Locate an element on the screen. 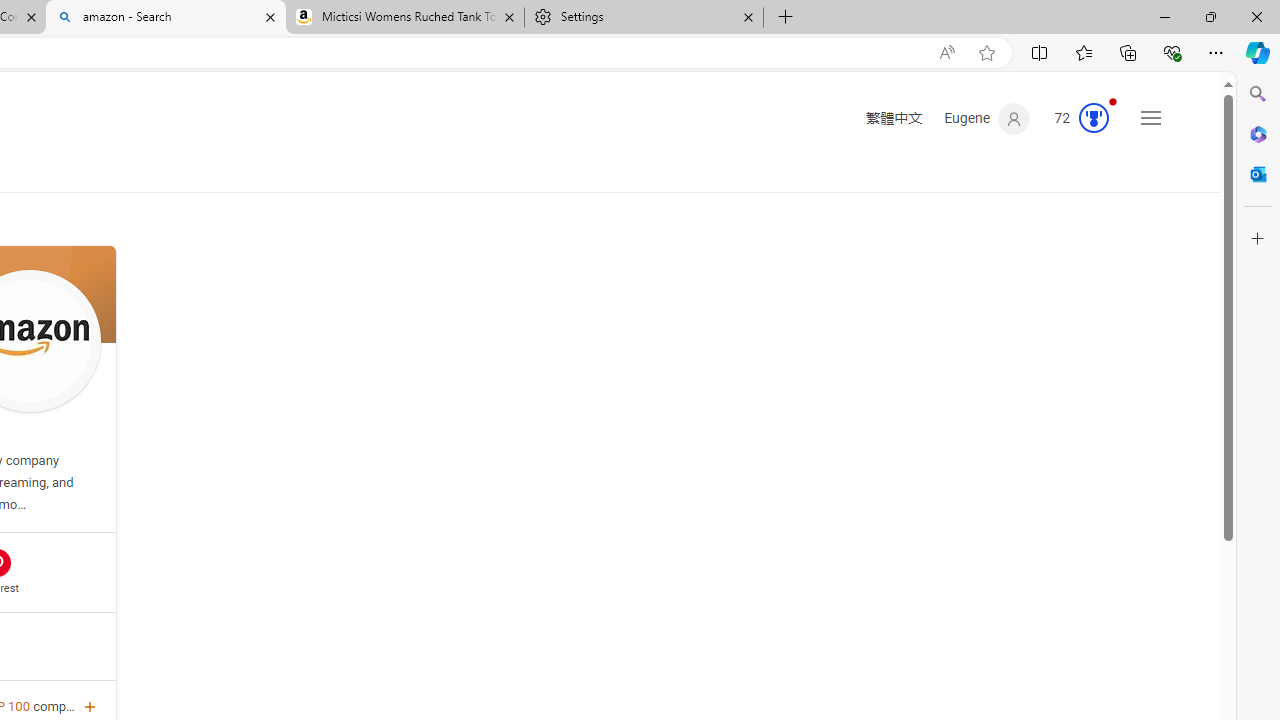  'amazon - Search' is located at coordinates (166, 17).